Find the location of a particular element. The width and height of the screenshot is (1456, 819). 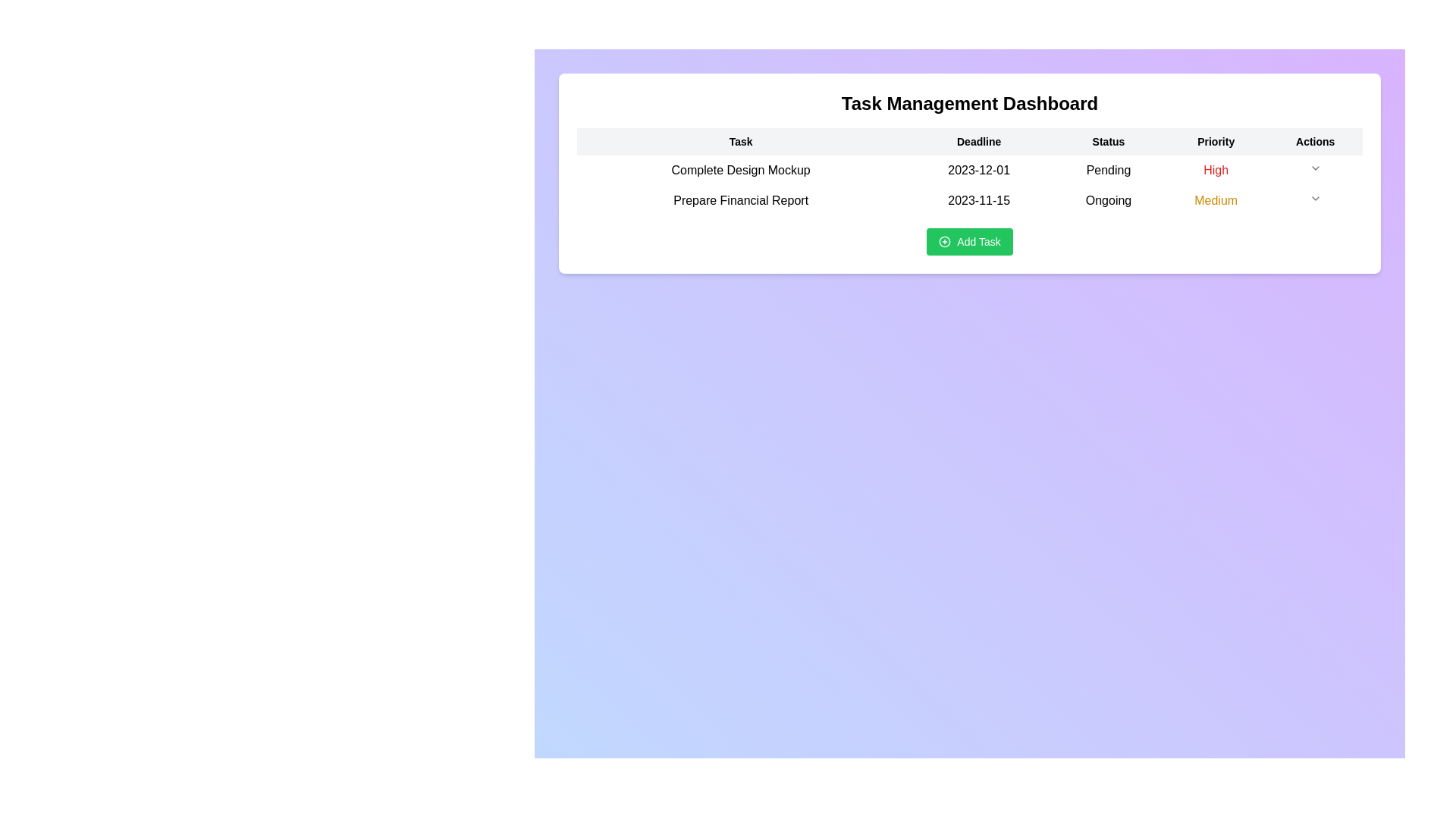

the Dropdown toggle icon, which is a triangular downward-pointing arrow located at the far-right end of the row labeled 'Prepare Financial Report' under the 'Actions' column is located at coordinates (1314, 200).